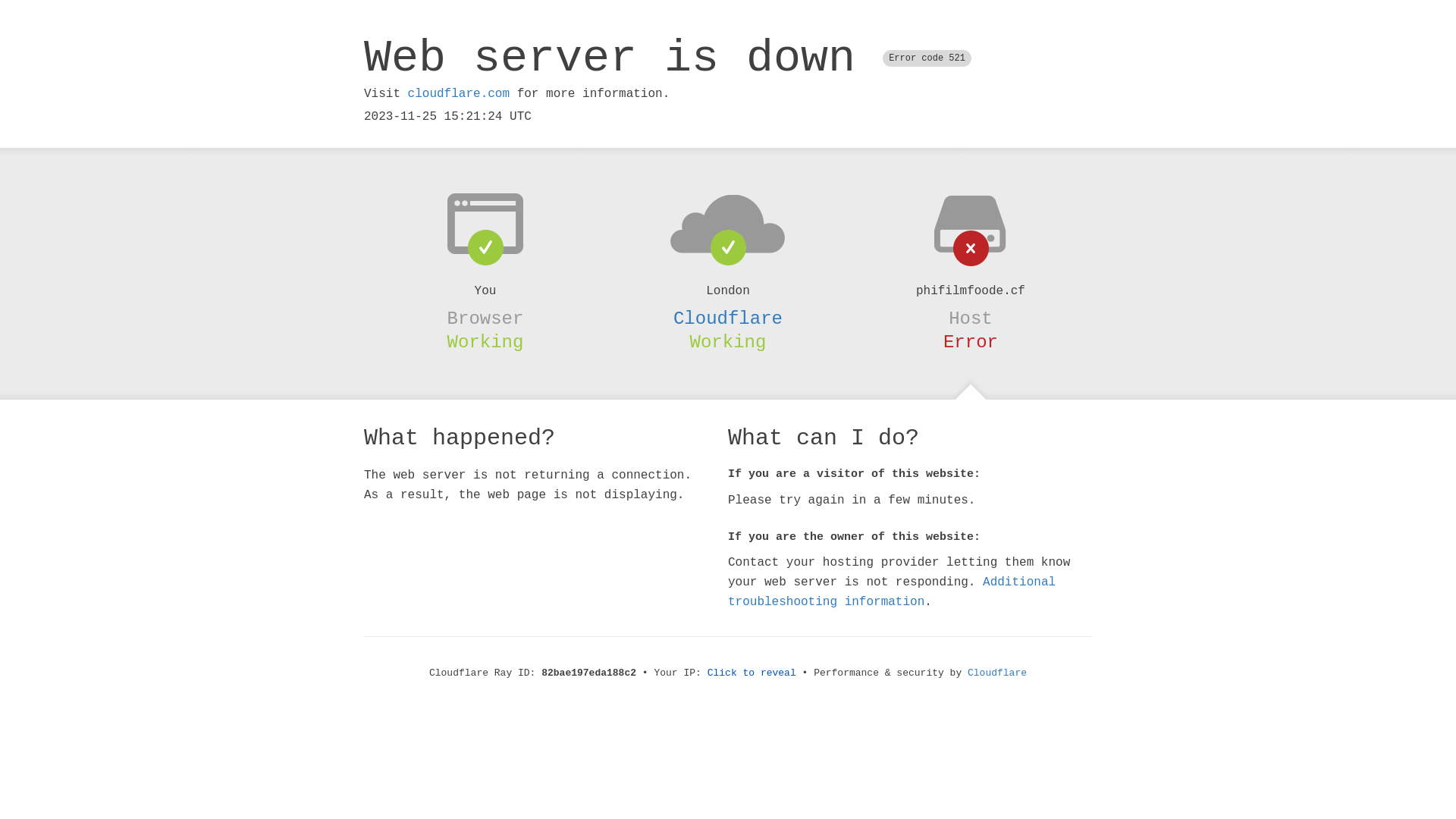 The width and height of the screenshot is (1456, 819). What do you see at coordinates (457, 93) in the screenshot?
I see `'cloudflare.com'` at bounding box center [457, 93].